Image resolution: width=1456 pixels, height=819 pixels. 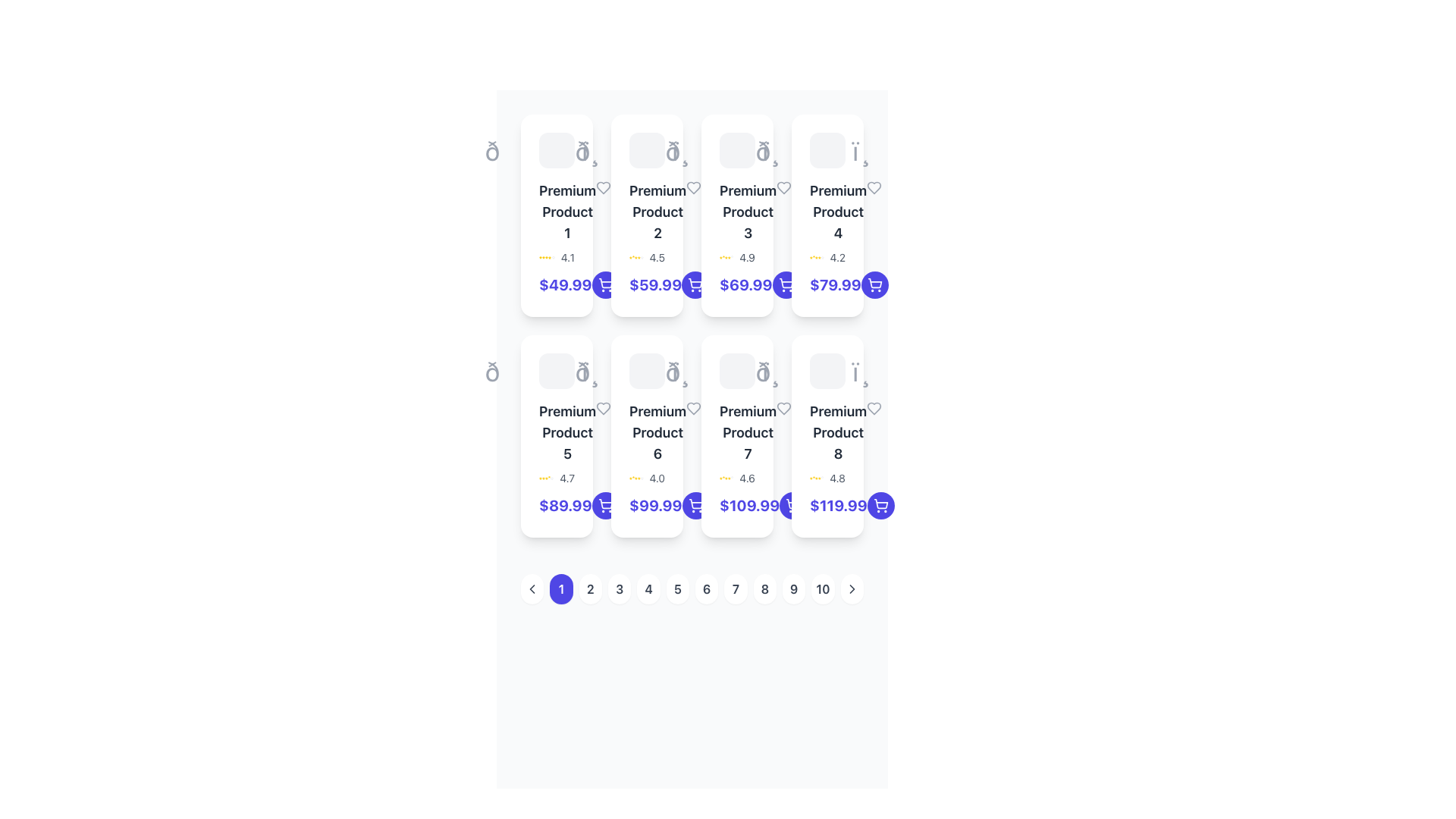 What do you see at coordinates (737, 432) in the screenshot?
I see `the text label that provides the title of Premium Product 7, which is located in the second row and third column of the grid layout` at bounding box center [737, 432].